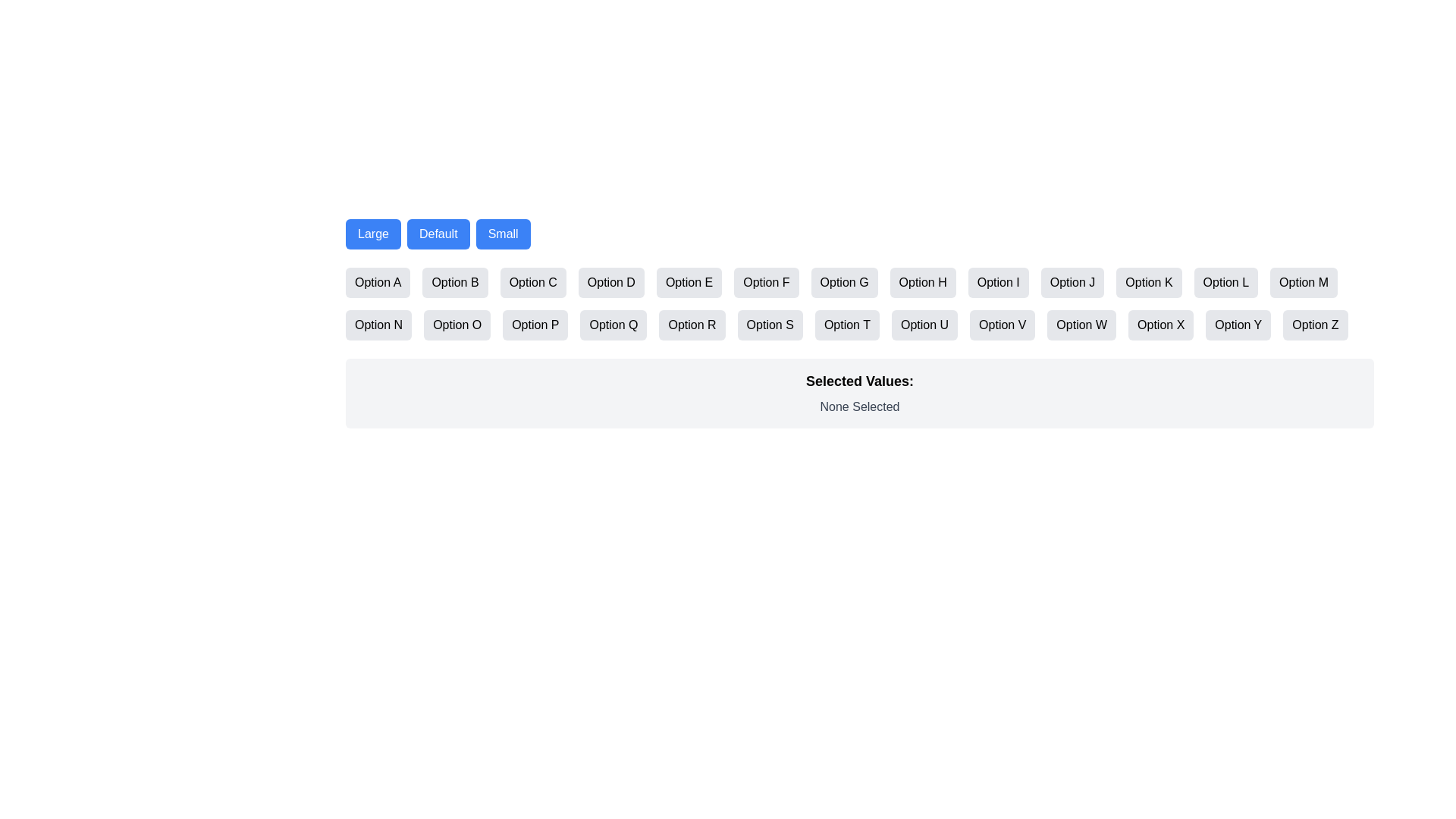 The height and width of the screenshot is (819, 1456). Describe the element at coordinates (611, 283) in the screenshot. I see `the button labeled 'Option D'` at that location.